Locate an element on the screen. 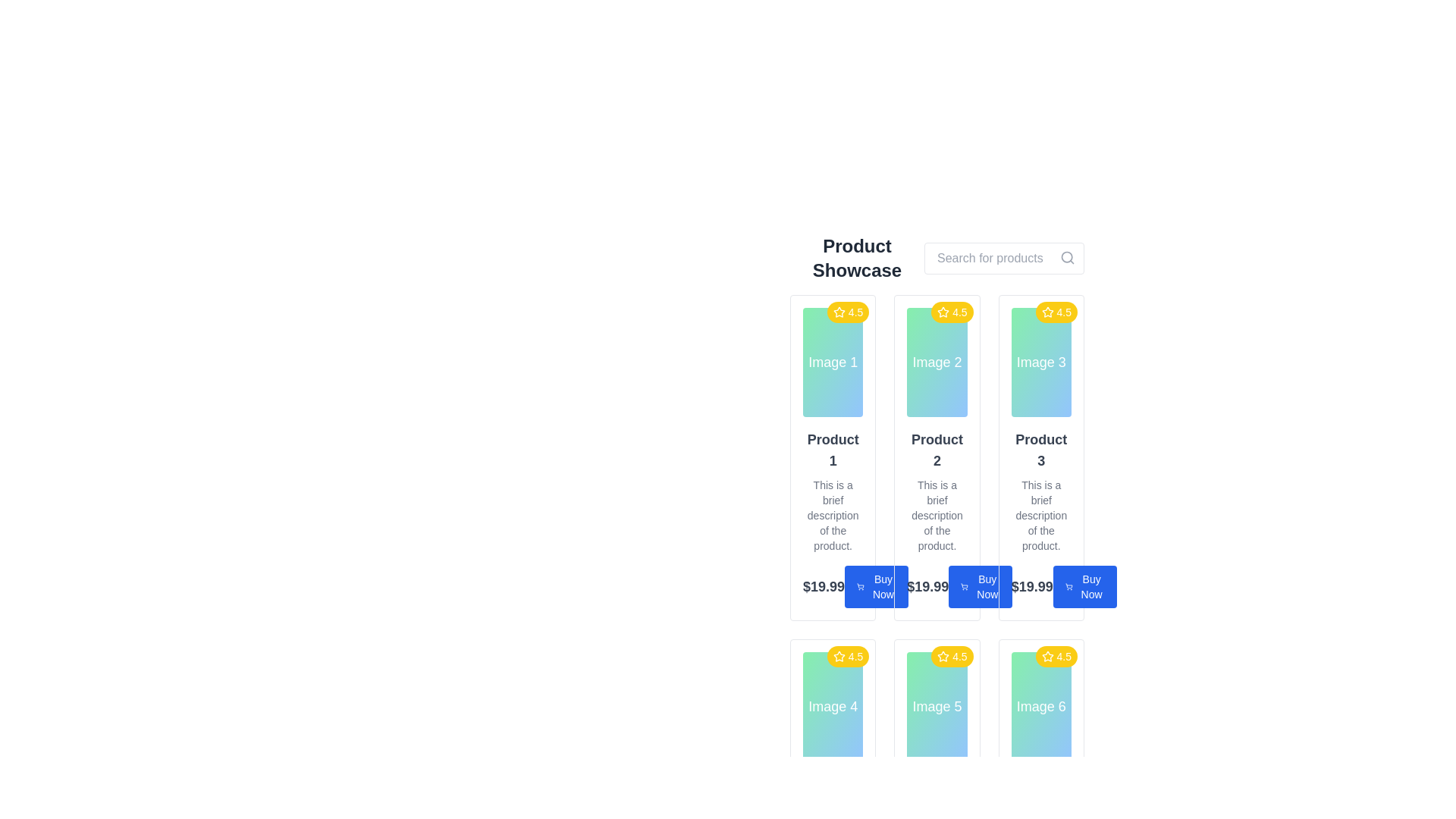 This screenshot has height=819, width=1456. the Rating badge located in the top-right corner of the product card for 'Image 5', which is in the fourth row and second column of the grid layout is located at coordinates (951, 656).